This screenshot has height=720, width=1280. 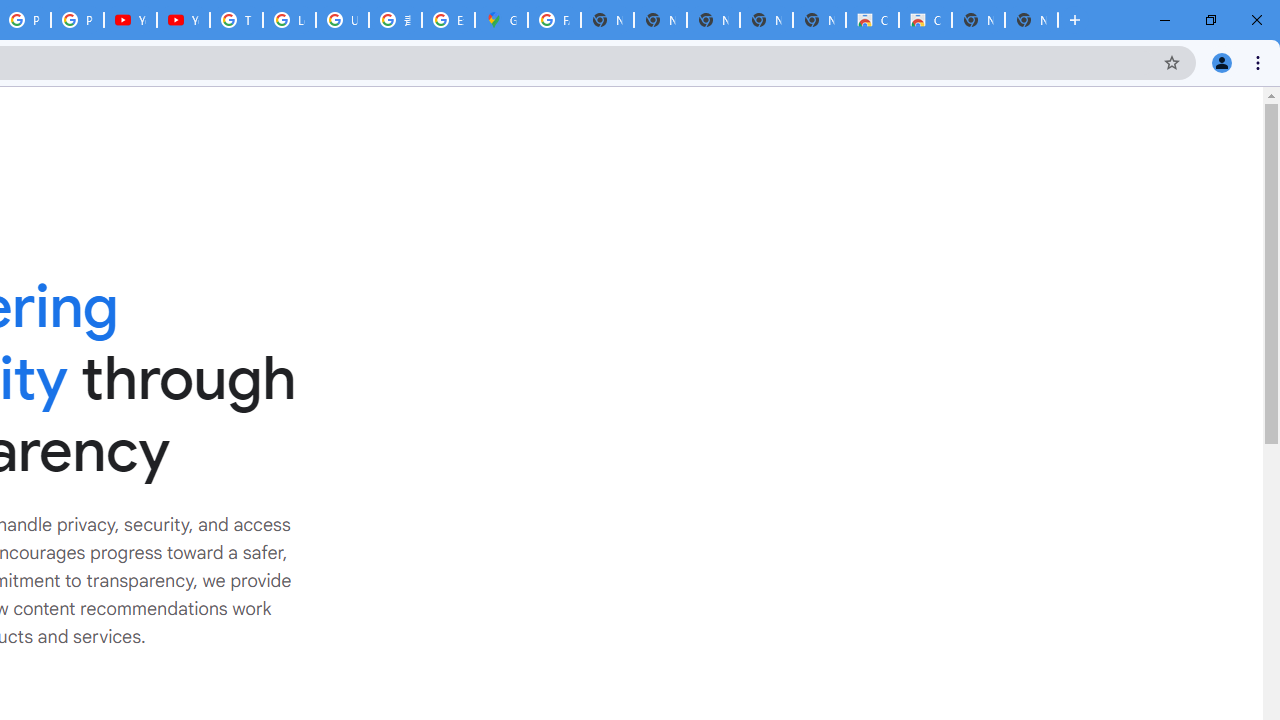 I want to click on 'Tips & tricks for Chrome - Google Chrome Help', so click(x=236, y=20).